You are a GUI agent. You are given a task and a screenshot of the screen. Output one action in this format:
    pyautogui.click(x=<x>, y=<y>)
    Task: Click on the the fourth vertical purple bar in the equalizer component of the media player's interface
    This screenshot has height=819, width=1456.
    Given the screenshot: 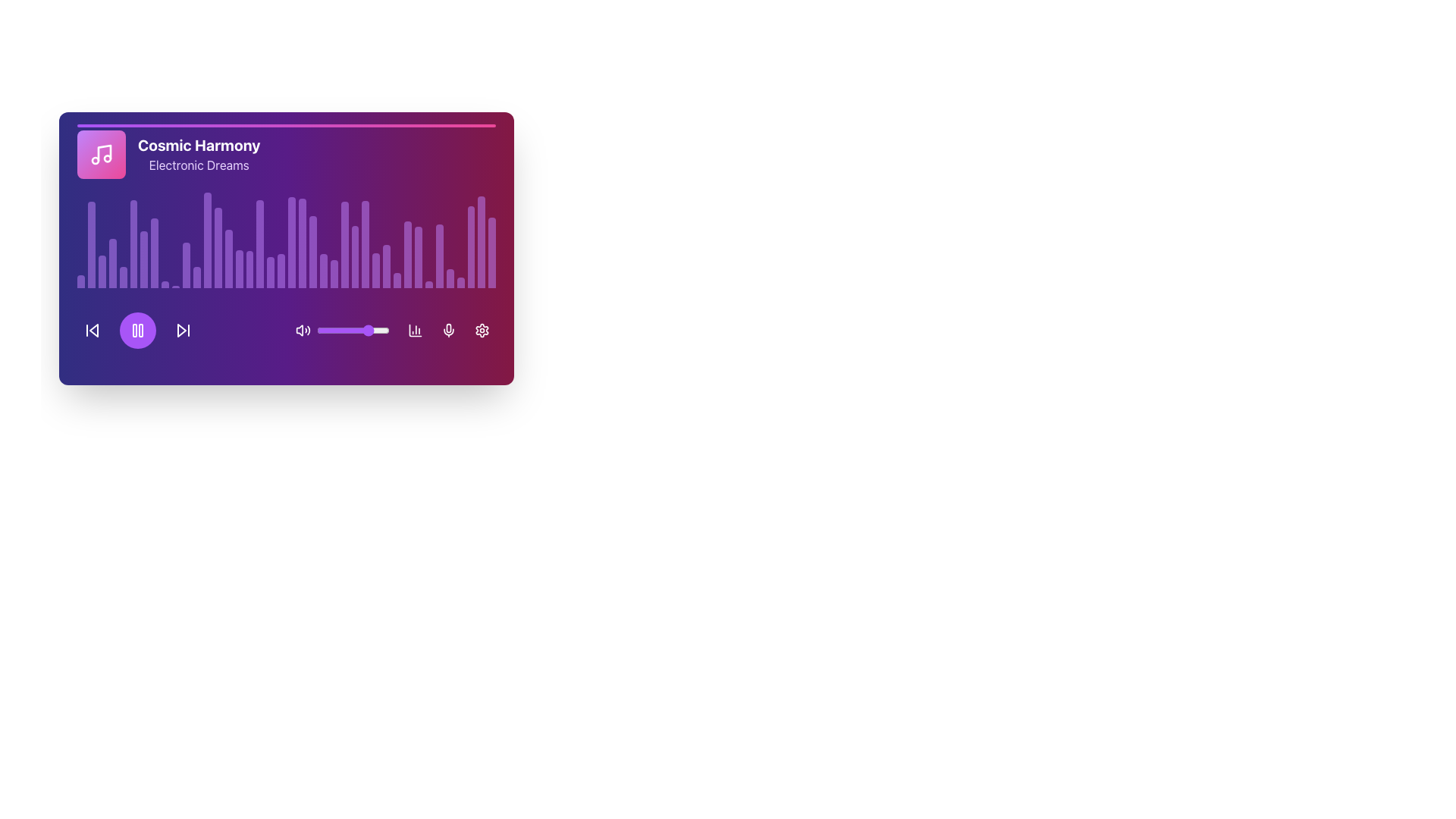 What is the action you would take?
    pyautogui.click(x=111, y=262)
    